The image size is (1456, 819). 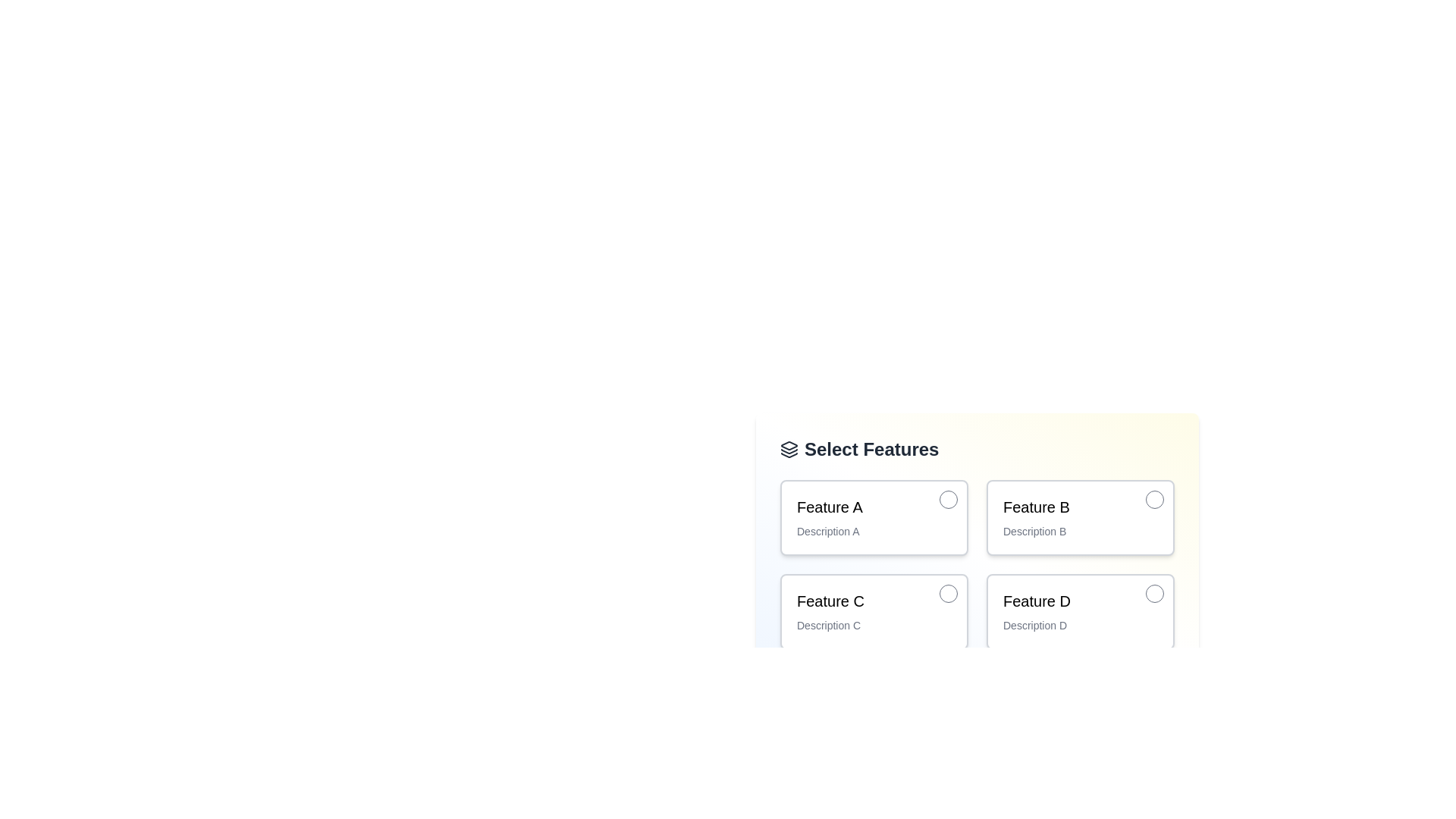 I want to click on the selectable tile with a radio button, so click(x=874, y=516).